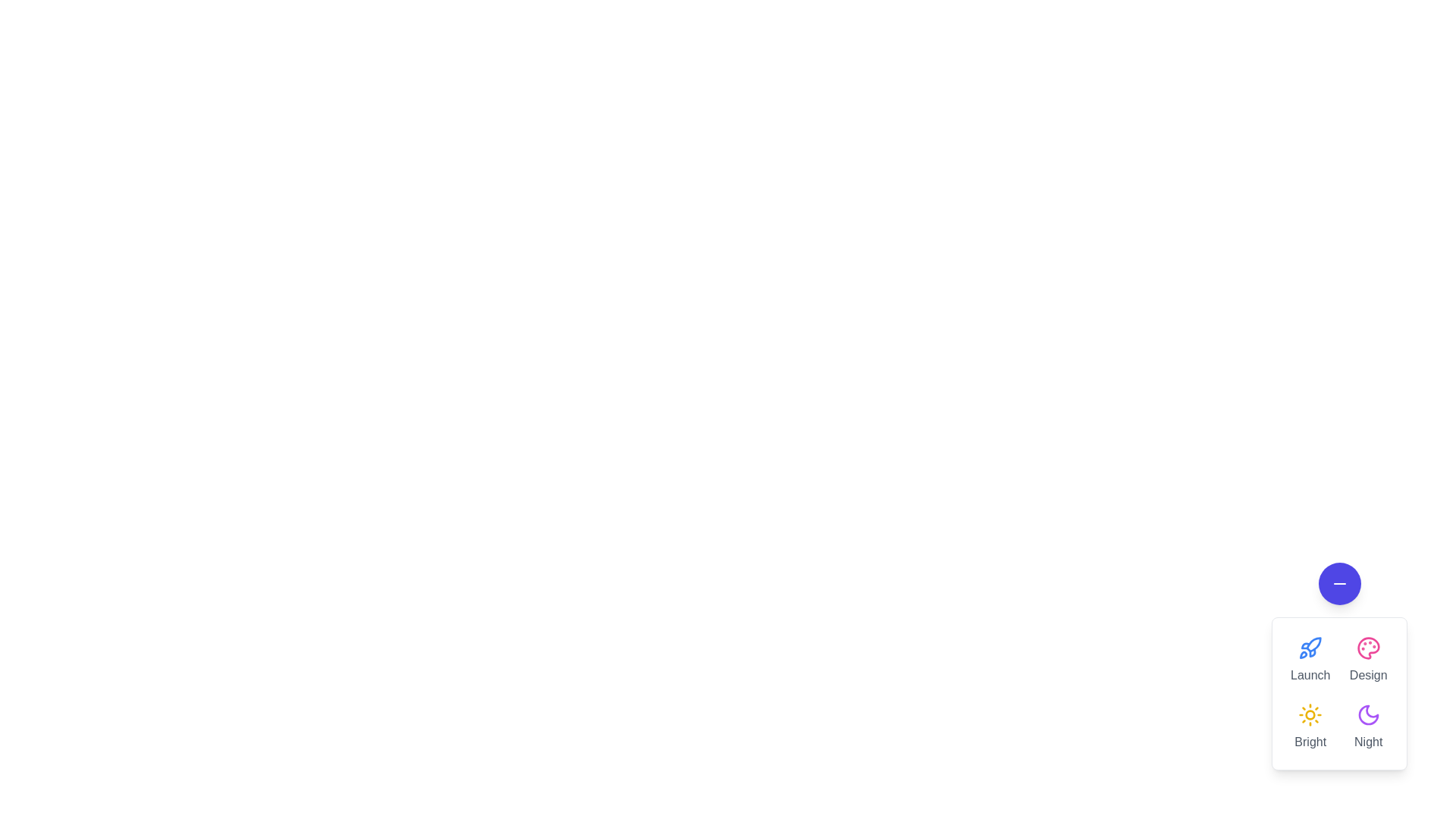  What do you see at coordinates (1368, 726) in the screenshot?
I see `the 'Night' action button` at bounding box center [1368, 726].